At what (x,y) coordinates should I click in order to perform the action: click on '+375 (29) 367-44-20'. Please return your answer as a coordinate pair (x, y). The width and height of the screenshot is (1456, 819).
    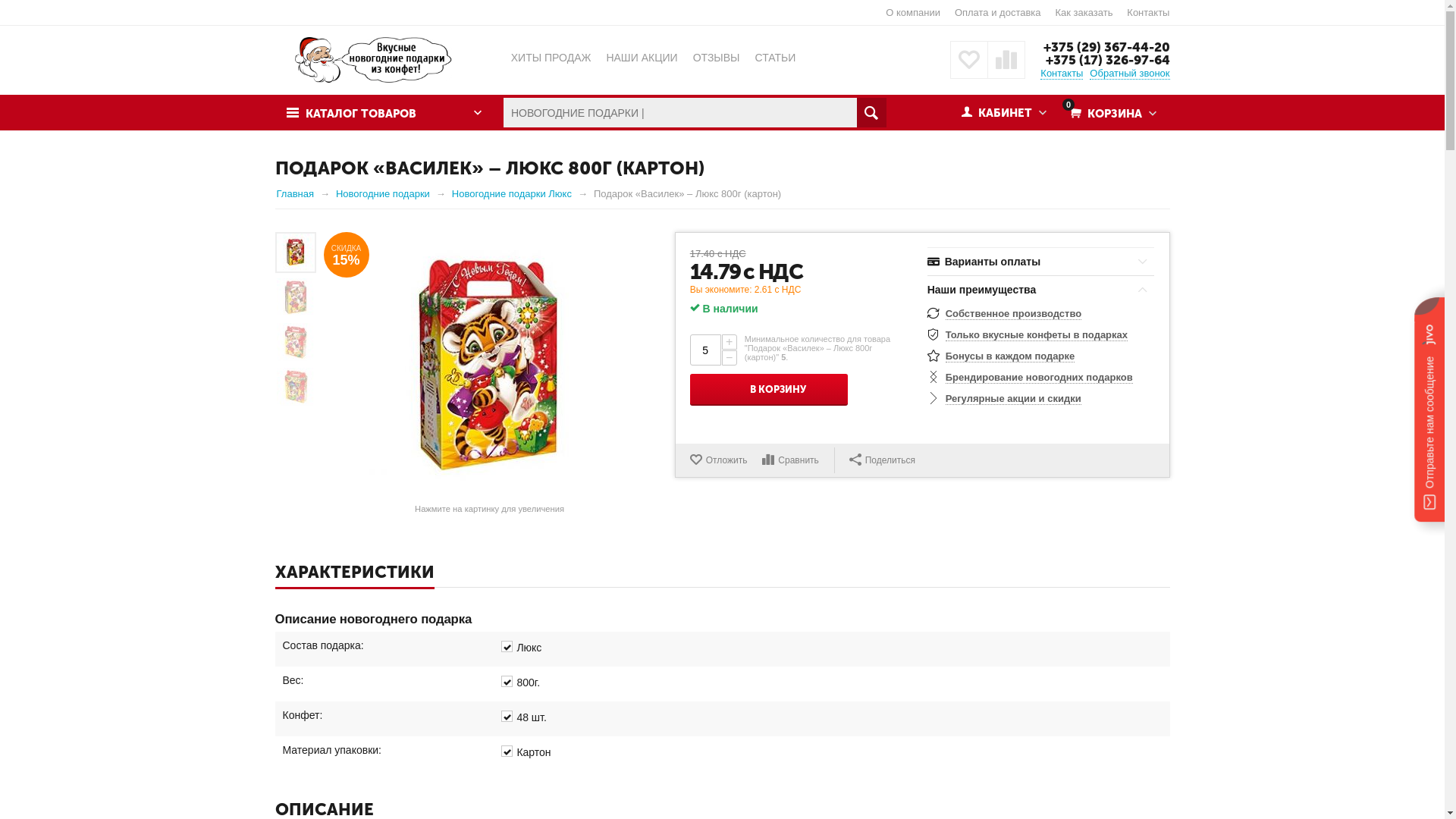
    Looking at the image, I should click on (1106, 45).